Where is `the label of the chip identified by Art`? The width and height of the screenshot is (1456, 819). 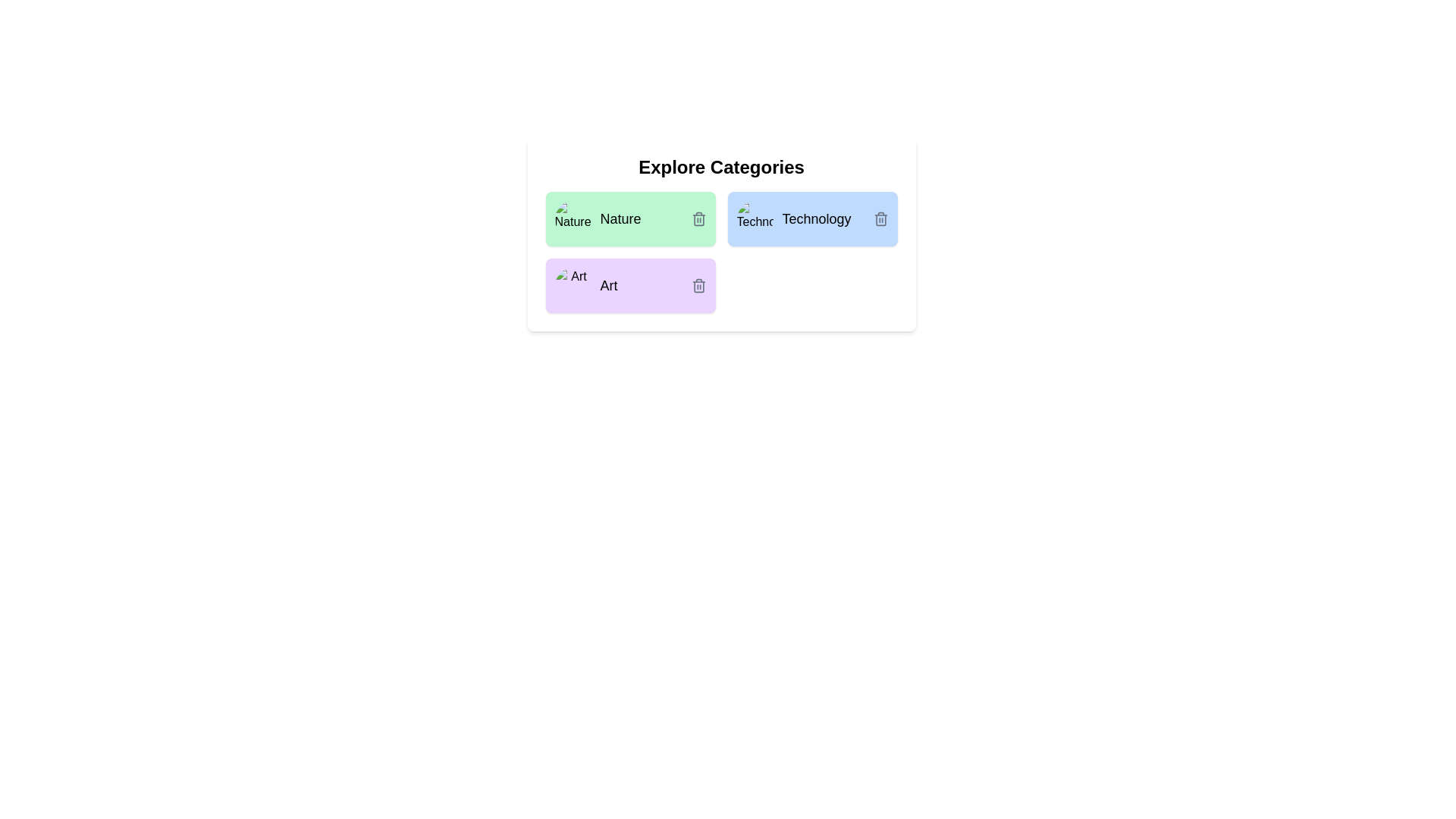
the label of the chip identified by Art is located at coordinates (608, 286).